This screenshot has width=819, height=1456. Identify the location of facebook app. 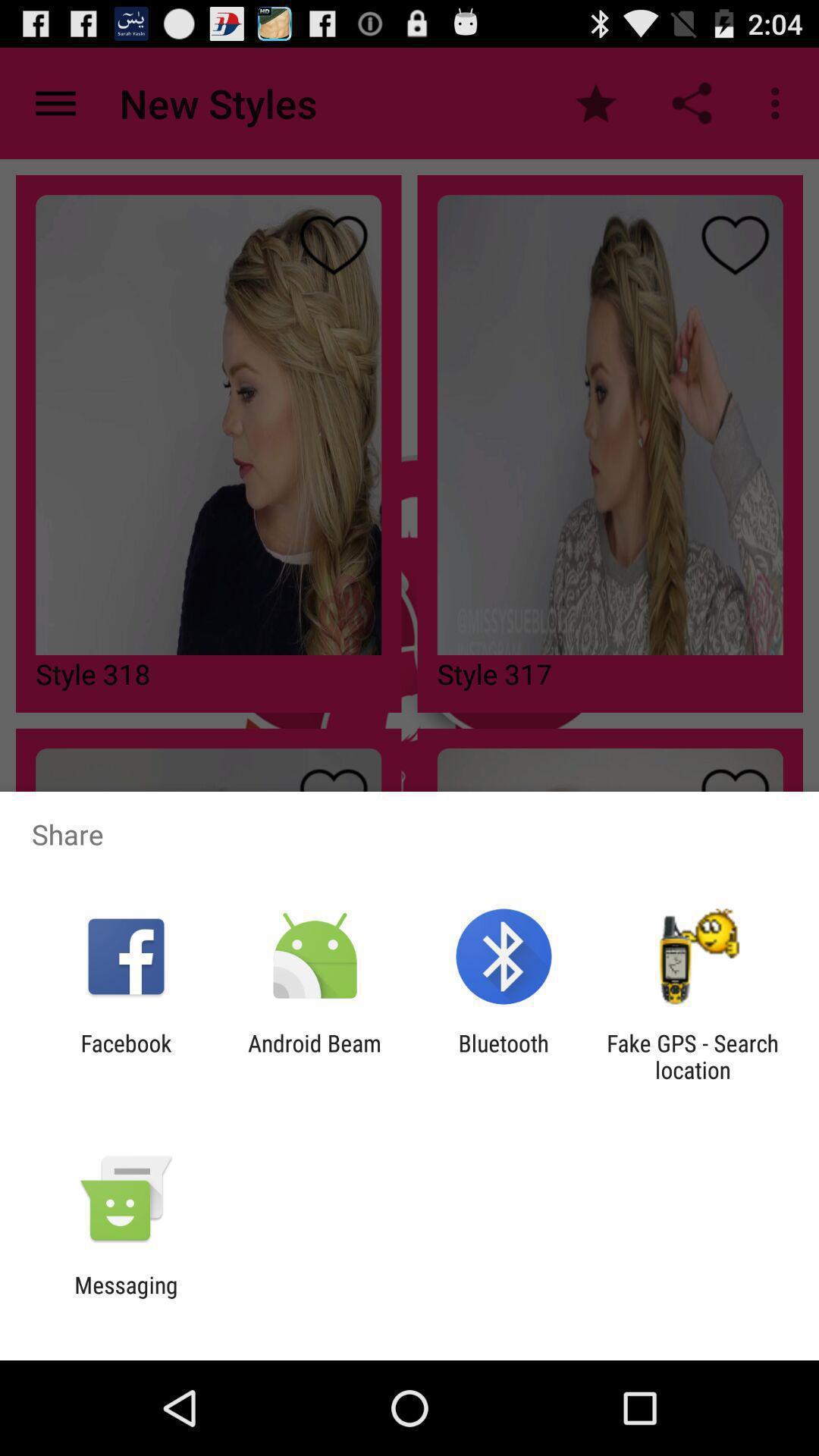
(125, 1056).